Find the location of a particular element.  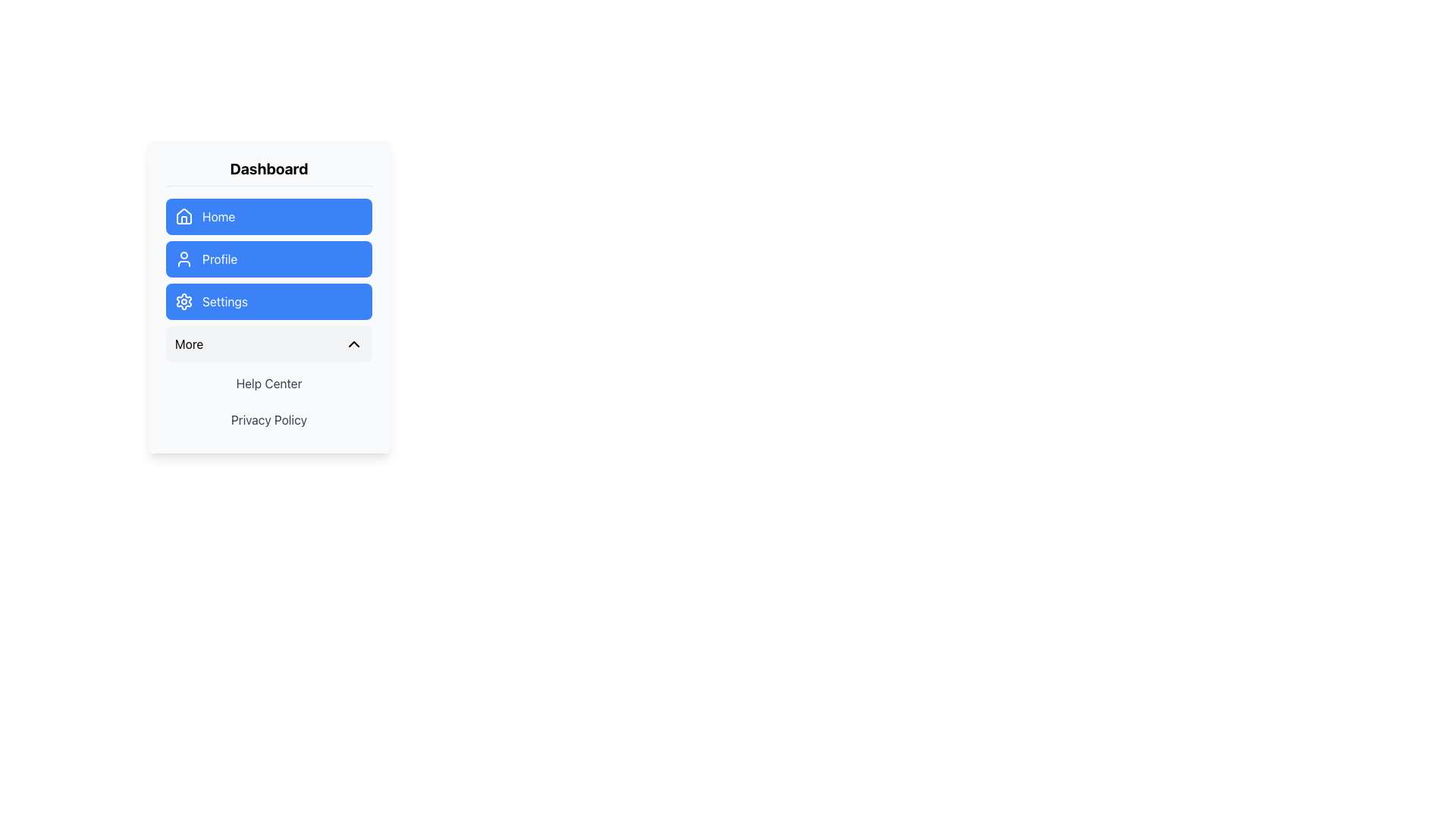

the Profile button icon located to the left of the Profile button in the vertical menu for navigation is located at coordinates (184, 259).